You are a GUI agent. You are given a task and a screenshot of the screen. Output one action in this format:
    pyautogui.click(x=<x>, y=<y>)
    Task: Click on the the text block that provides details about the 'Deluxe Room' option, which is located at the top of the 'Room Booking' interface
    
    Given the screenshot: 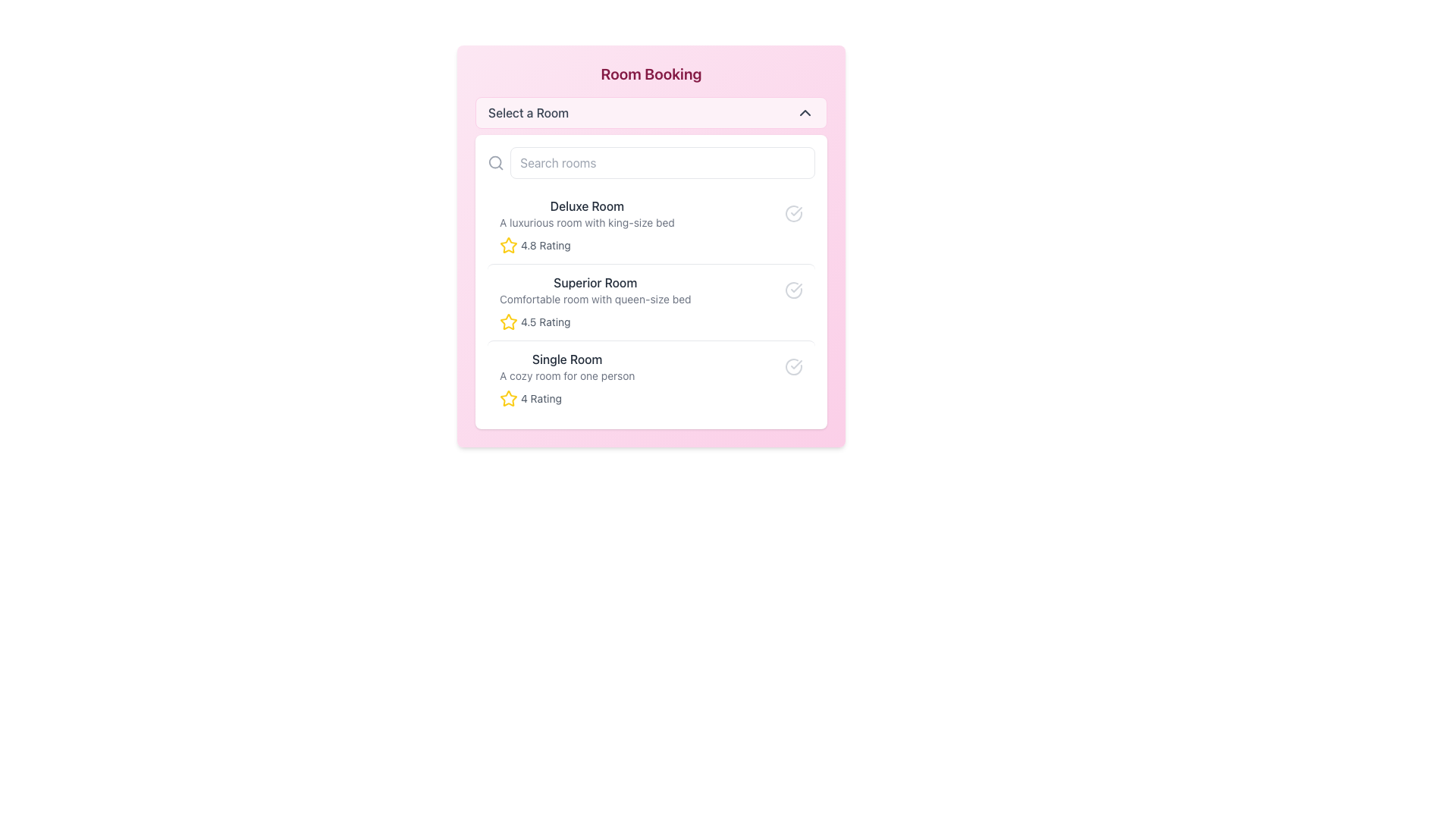 What is the action you would take?
    pyautogui.click(x=586, y=213)
    